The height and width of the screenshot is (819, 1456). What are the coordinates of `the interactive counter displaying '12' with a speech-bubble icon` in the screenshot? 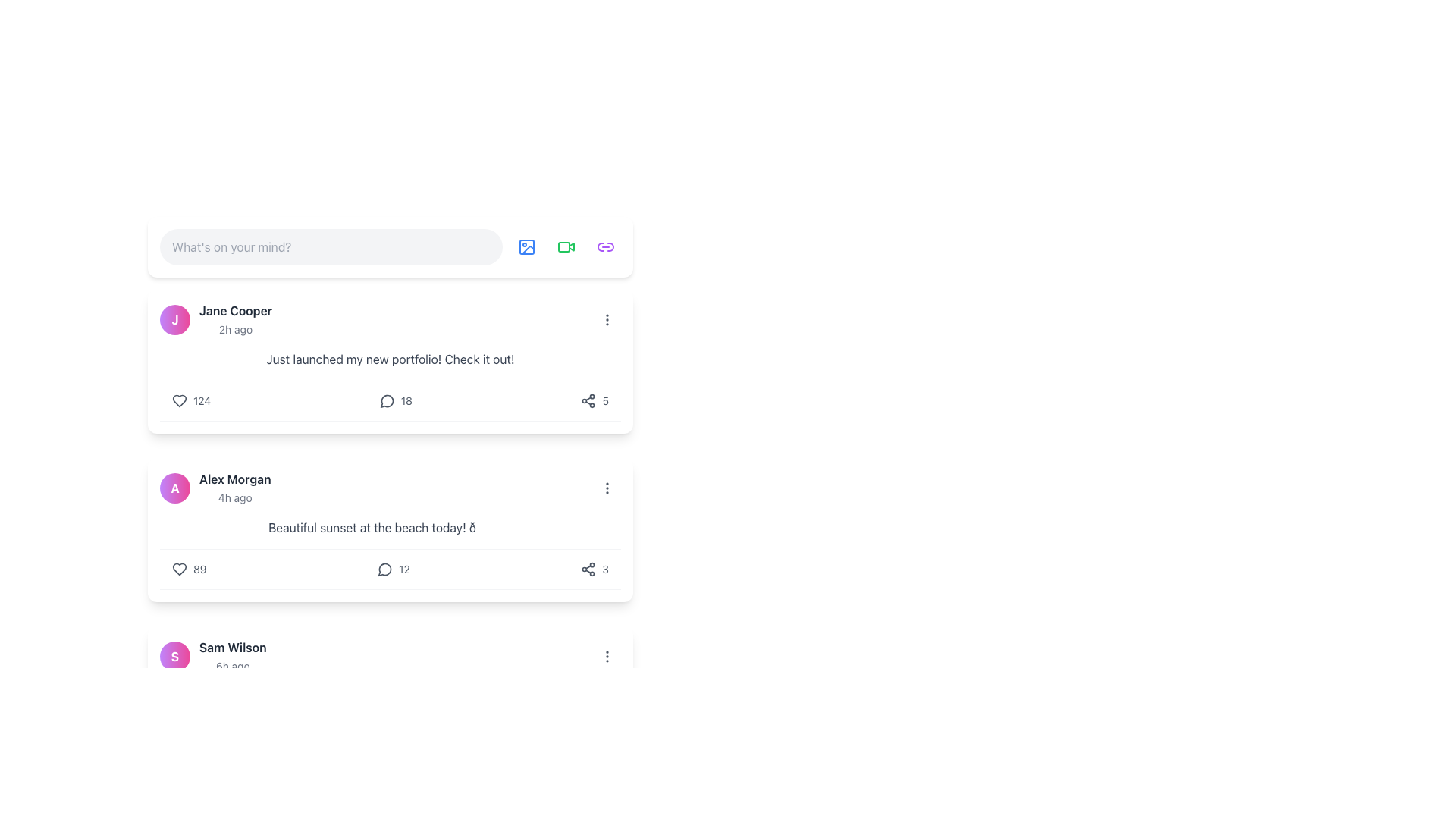 It's located at (390, 570).